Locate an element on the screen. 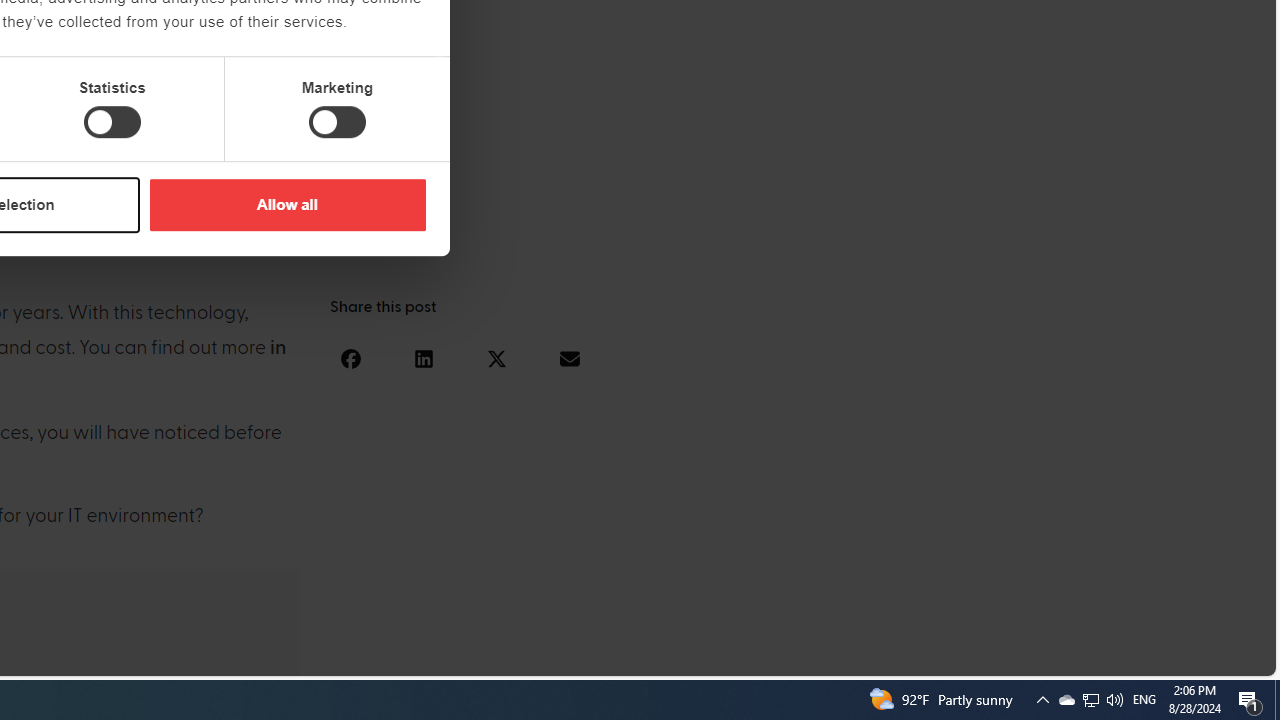 The height and width of the screenshot is (720, 1280). 'Share on linkedin' is located at coordinates (422, 357).